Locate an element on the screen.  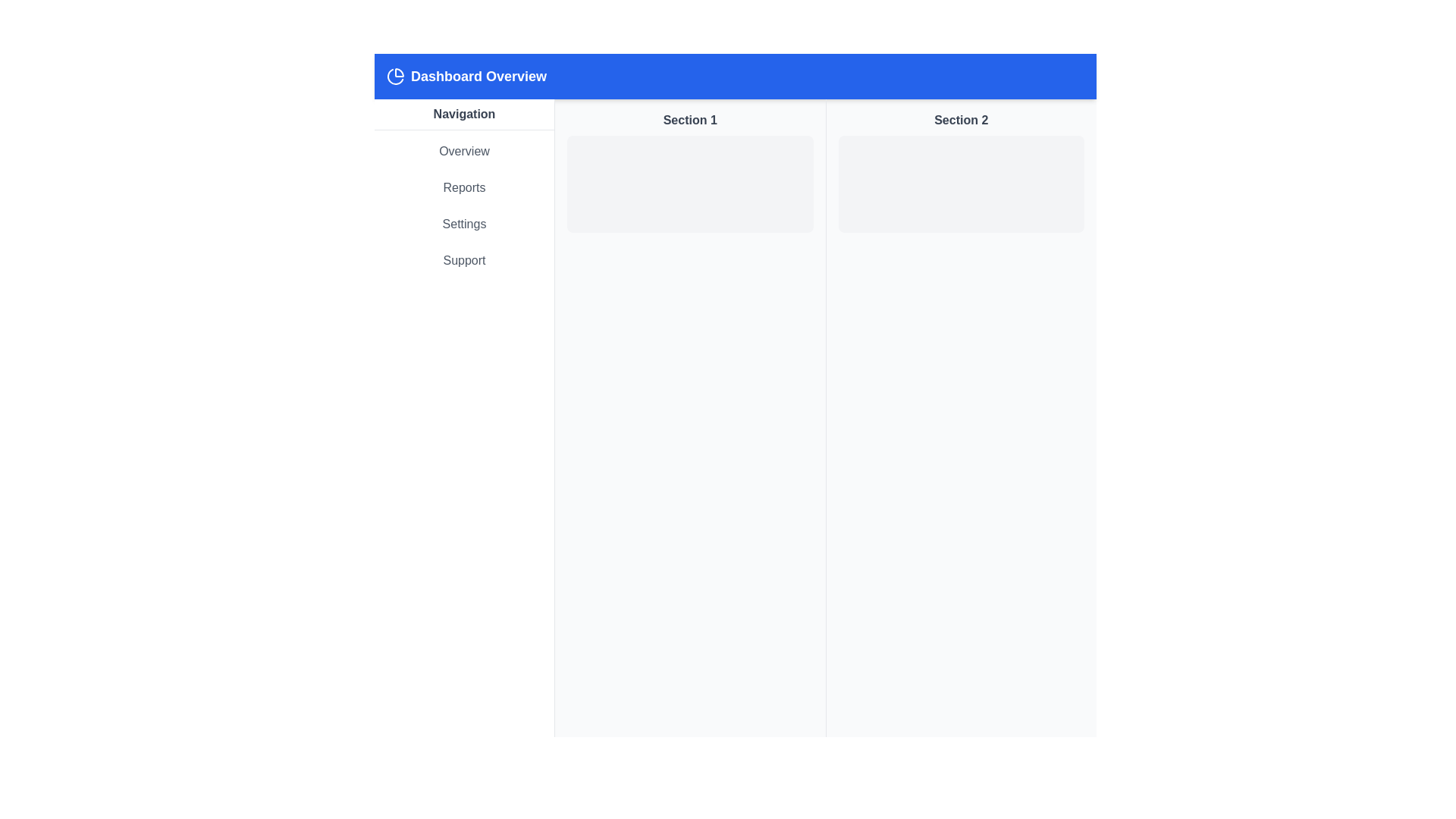
the second segment of the pie chart icon located at the top-left corner of the header section is located at coordinates (395, 77).